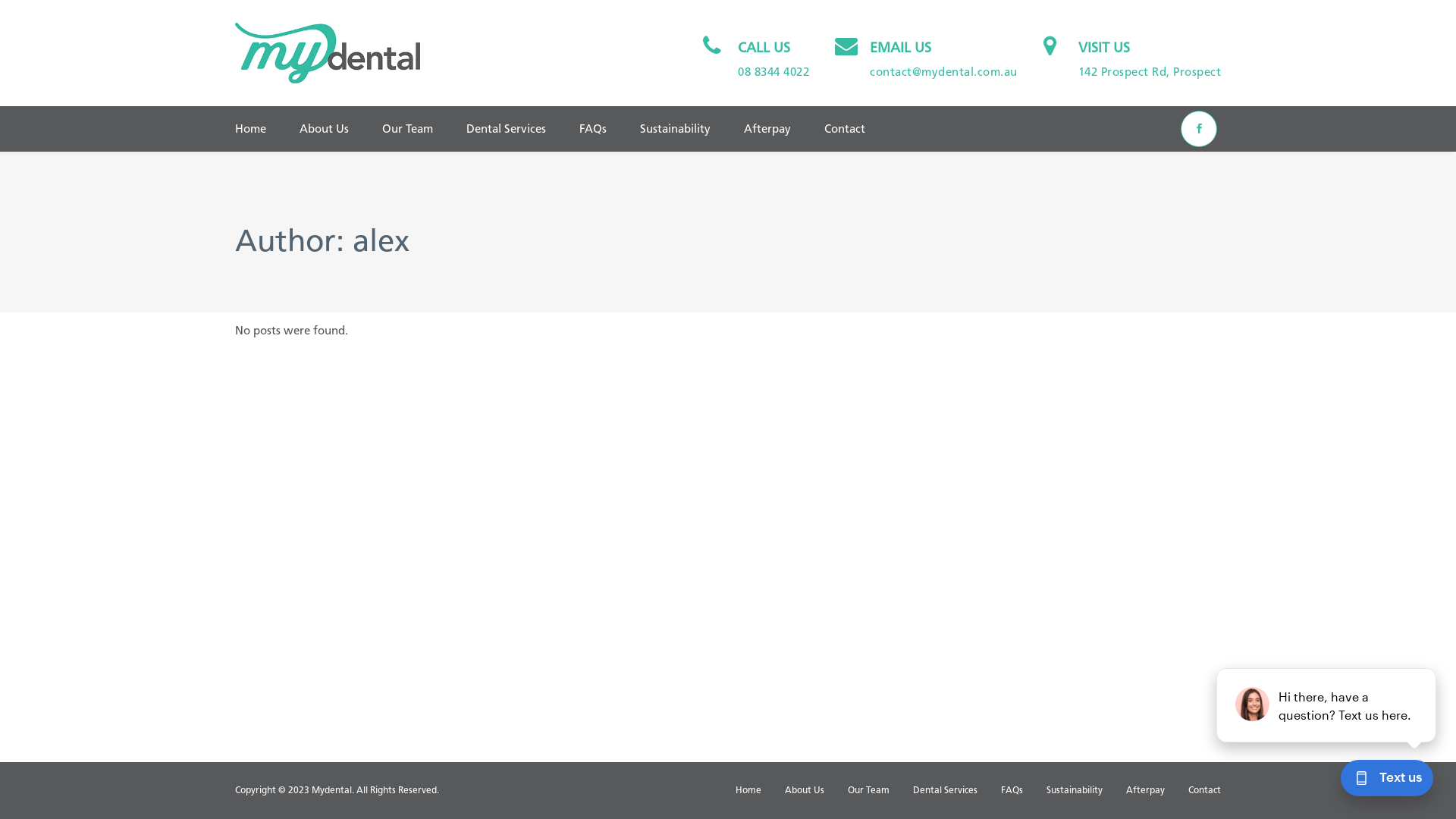 The image size is (1456, 819). Describe the element at coordinates (407, 127) in the screenshot. I see `'Our Team'` at that location.